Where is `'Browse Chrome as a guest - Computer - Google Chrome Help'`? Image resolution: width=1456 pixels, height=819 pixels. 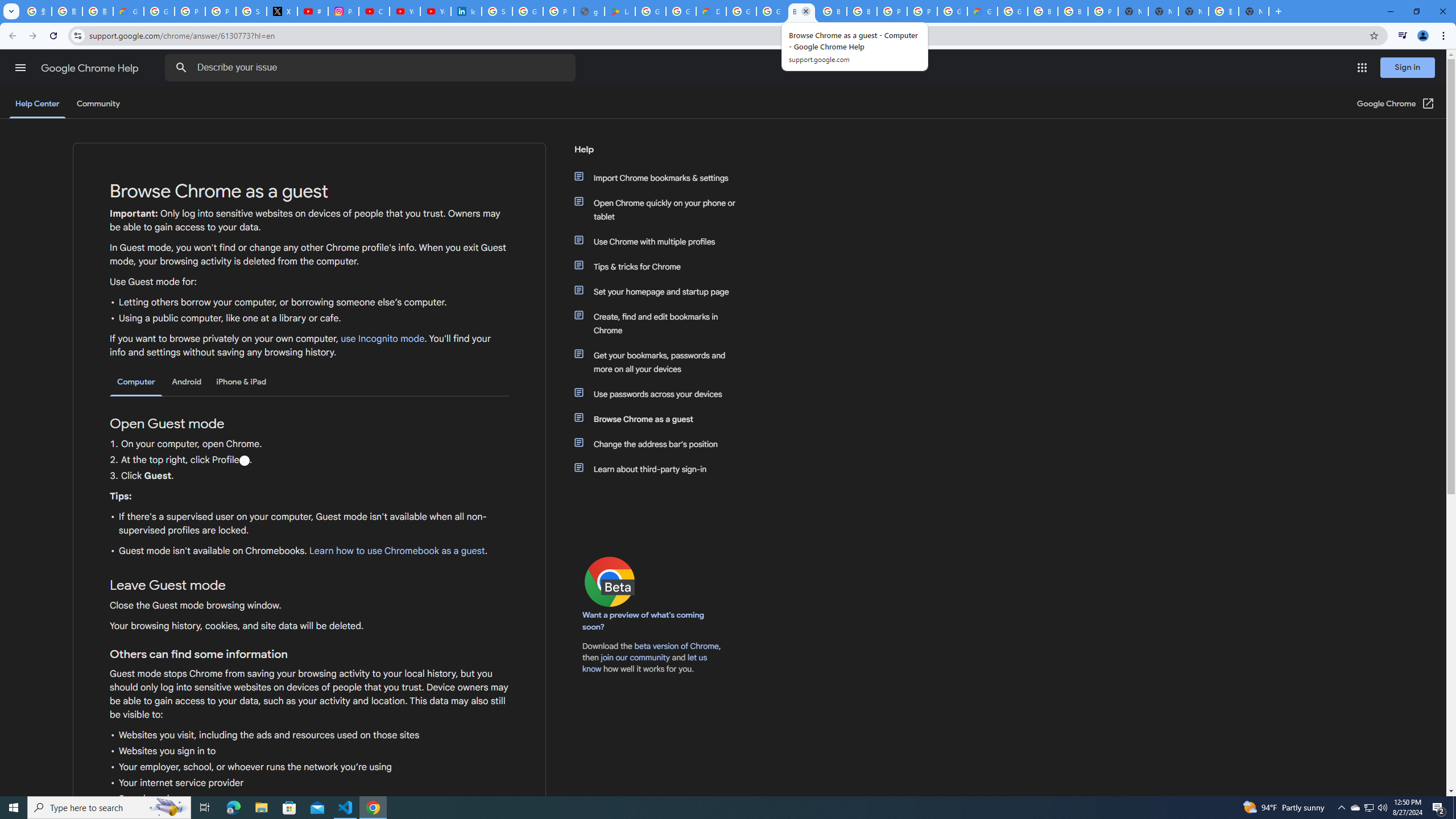
'Browse Chrome as a guest - Computer - Google Chrome Help' is located at coordinates (801, 11).